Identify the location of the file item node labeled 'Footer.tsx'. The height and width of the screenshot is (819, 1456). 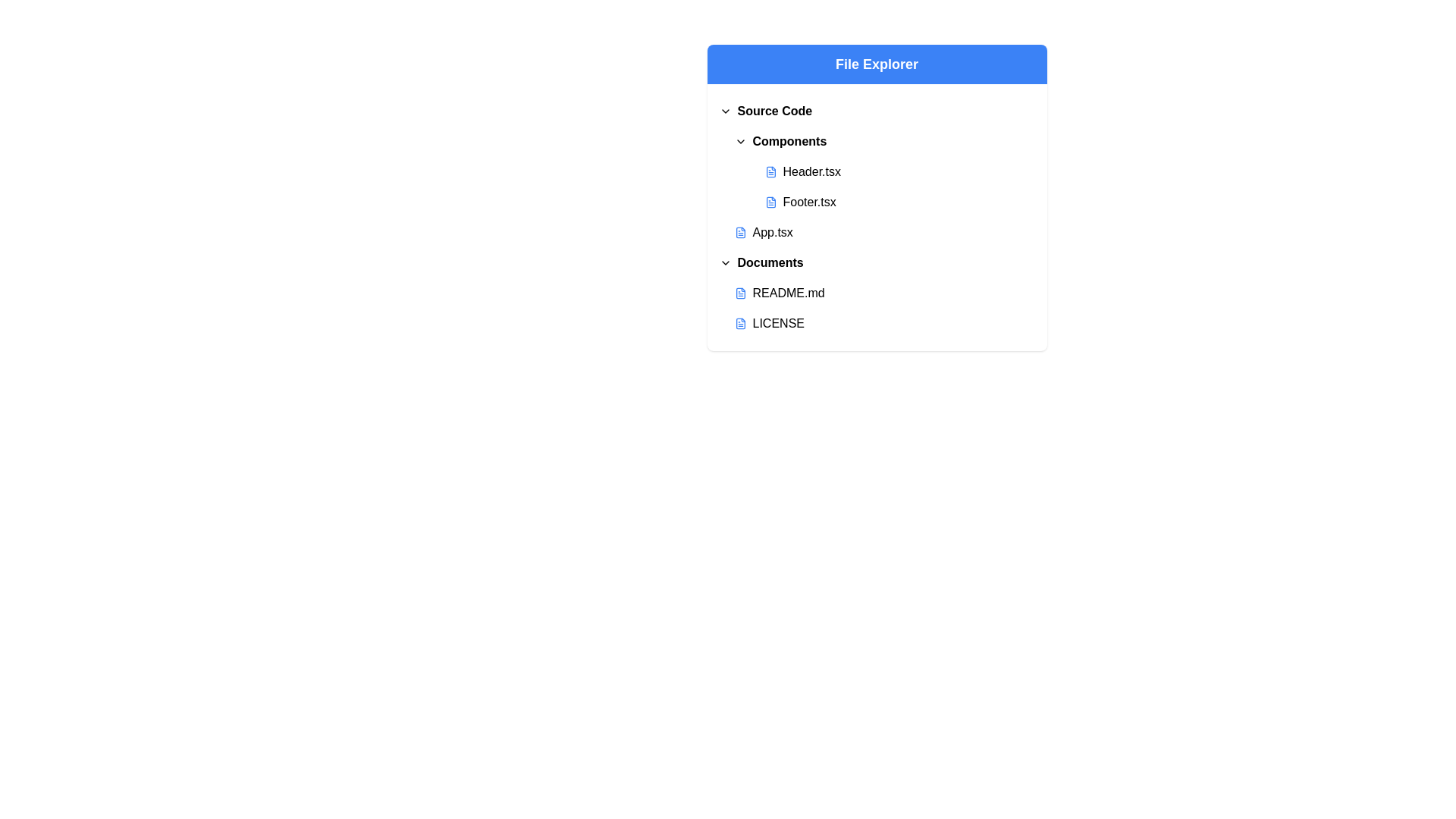
(884, 201).